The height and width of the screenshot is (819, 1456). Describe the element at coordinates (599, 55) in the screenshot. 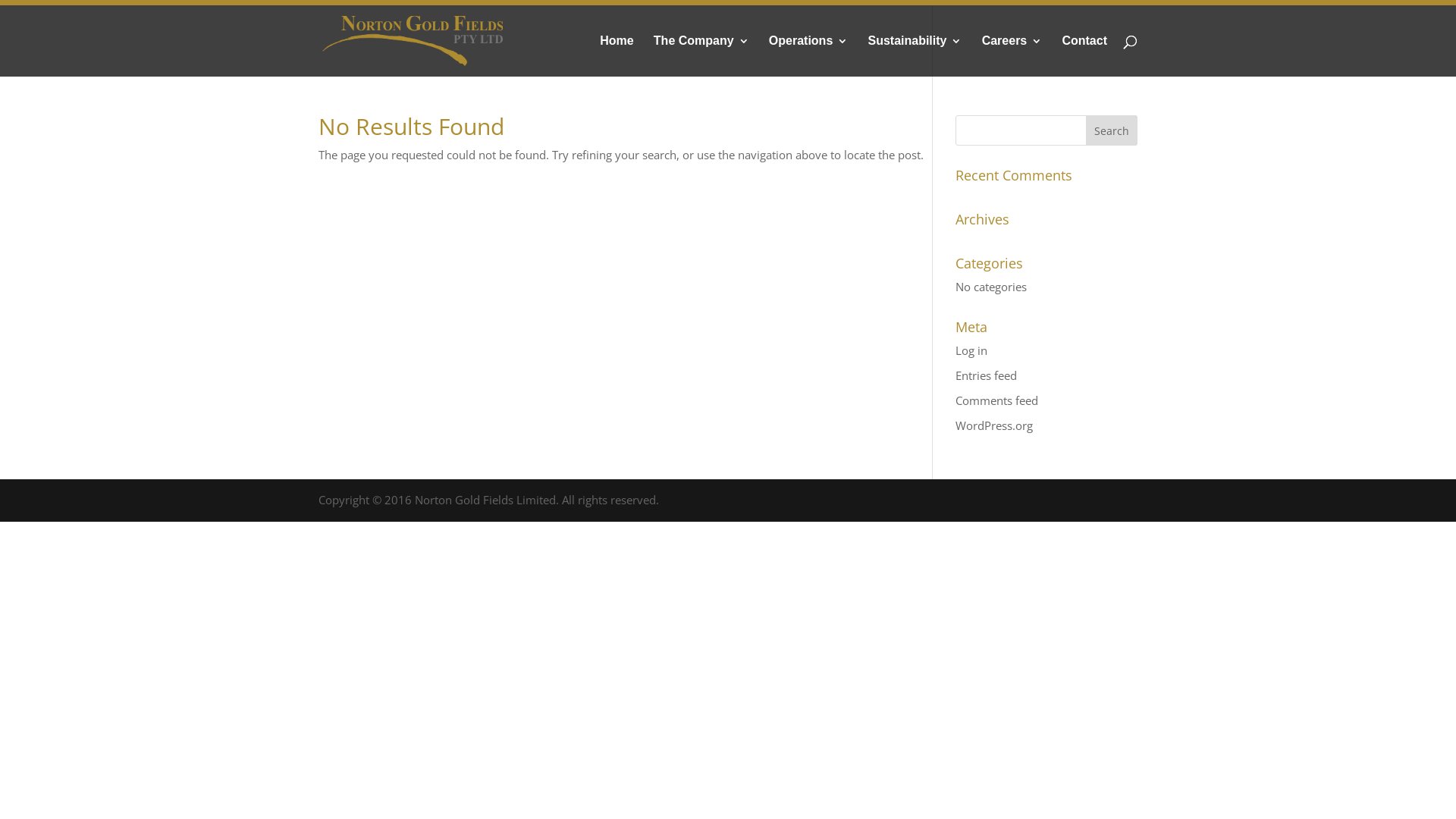

I see `'Home'` at that location.